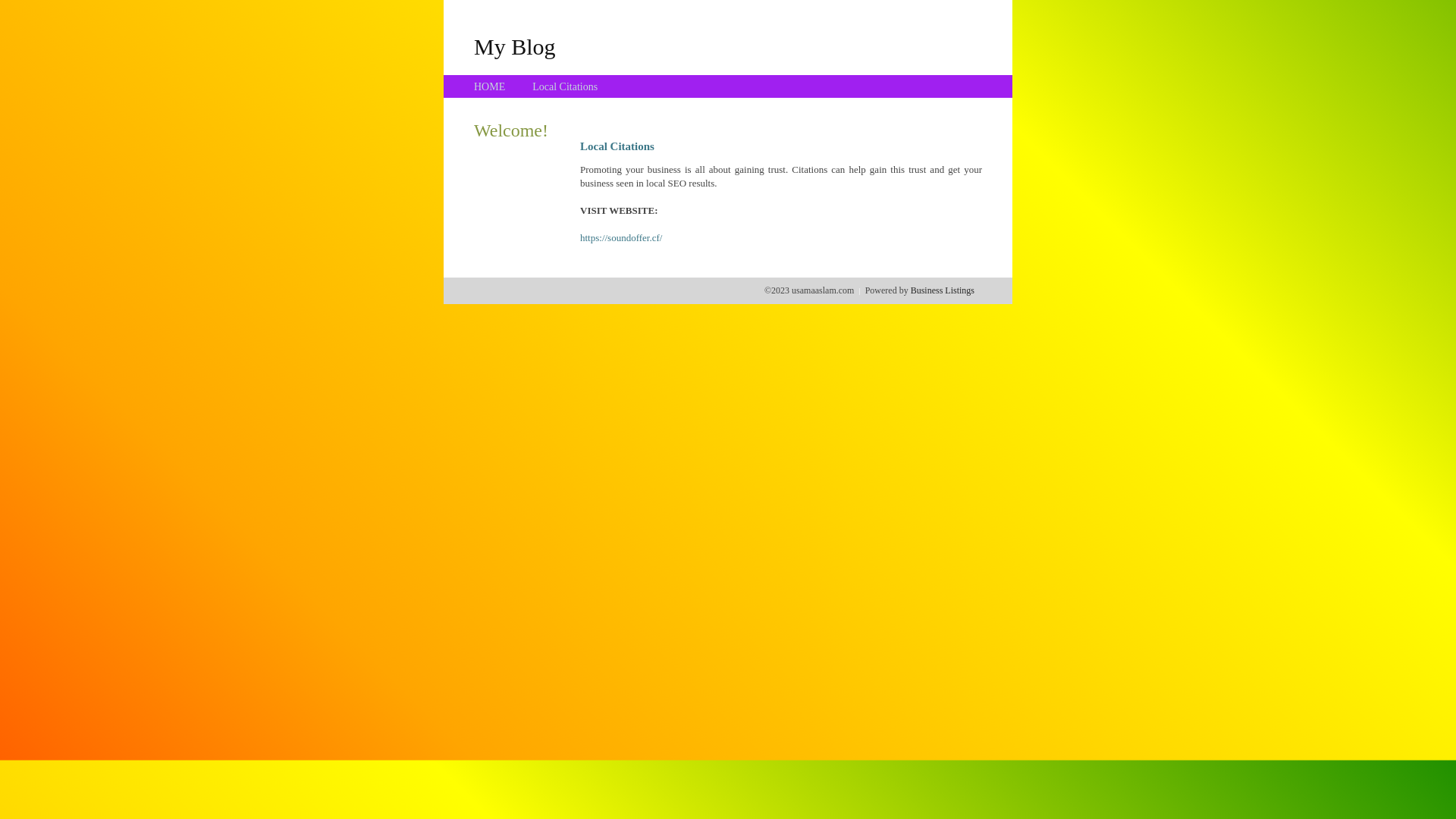  Describe the element at coordinates (472, 45) in the screenshot. I see `'My Blog'` at that location.